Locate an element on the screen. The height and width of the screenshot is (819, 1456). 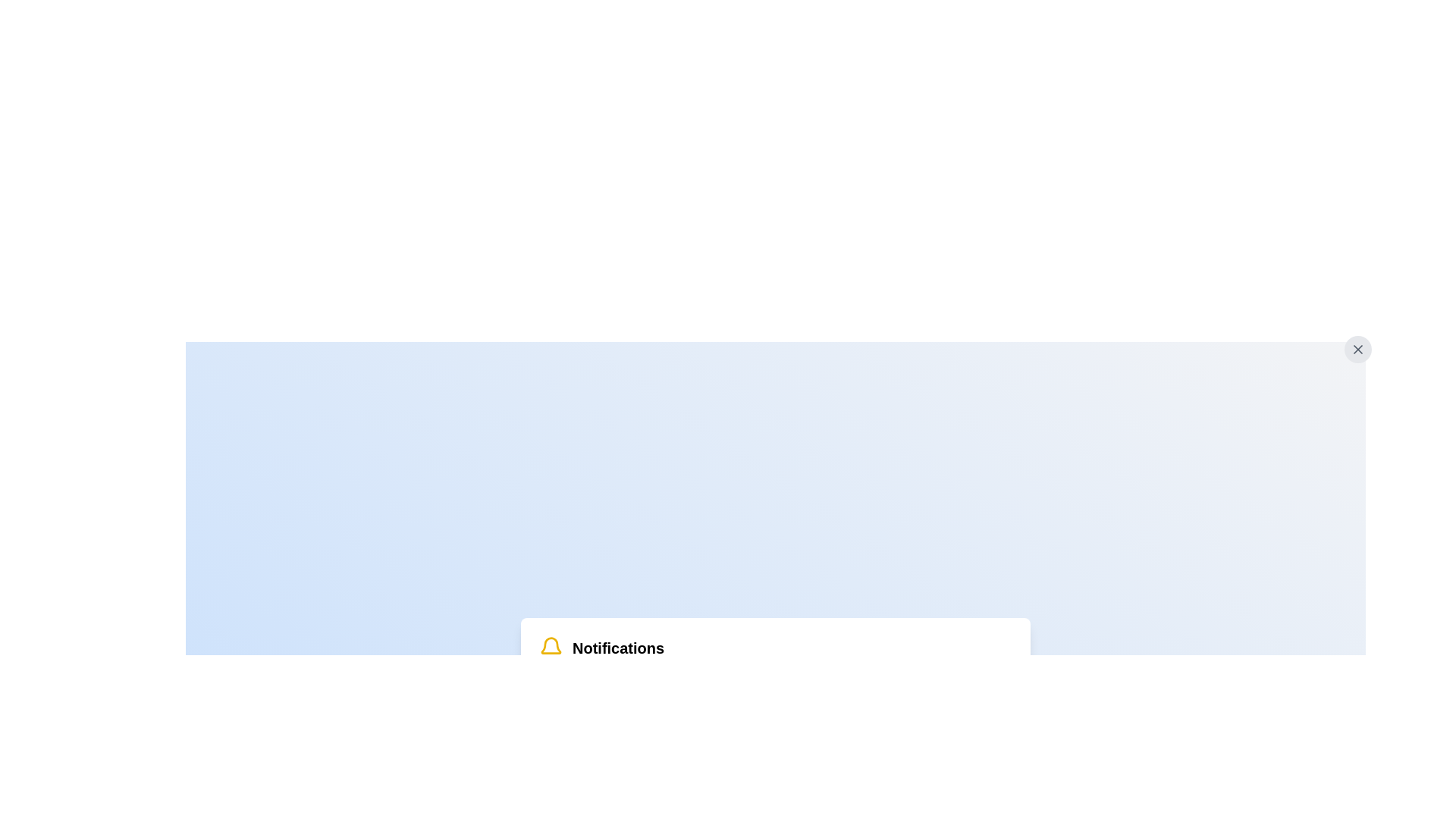
the 'X' icon styled as a close button located at the top-right corner of the notification box is located at coordinates (1357, 350).